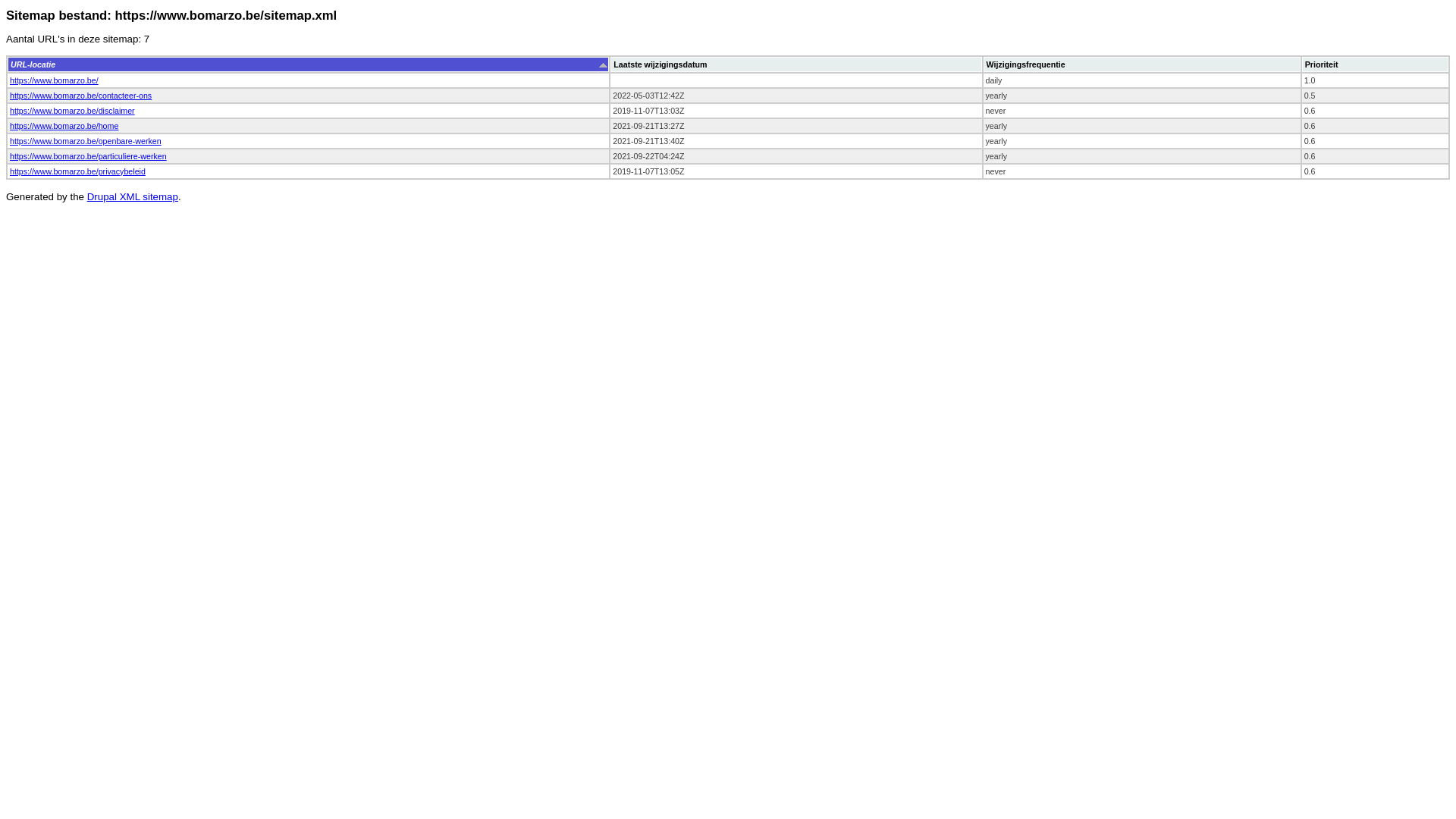  I want to click on 'https://www.bomarzo.be/particuliere-werken', so click(10, 155).